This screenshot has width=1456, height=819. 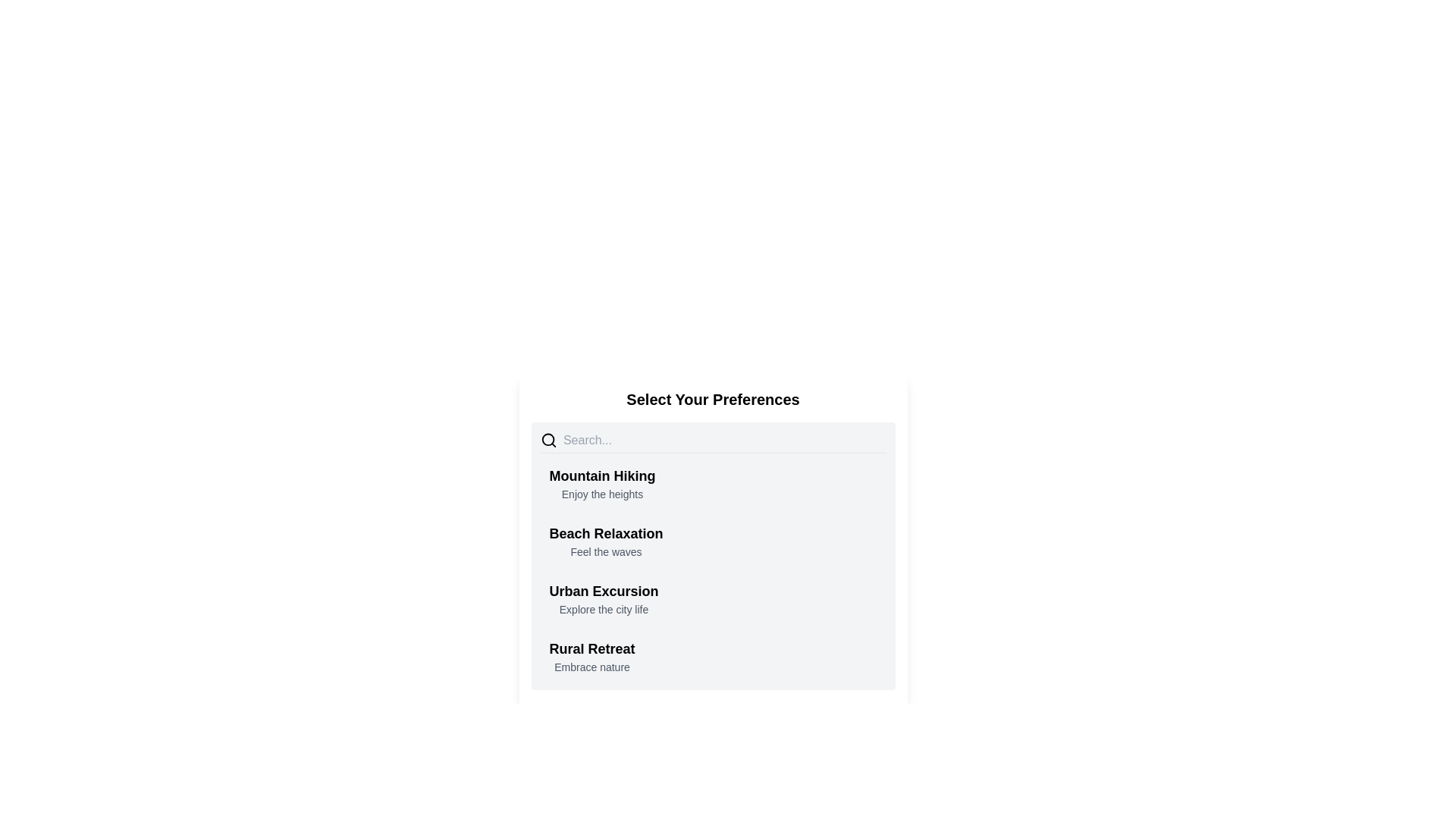 I want to click on the text block displaying 'Embrace nature' in a smaller, gray font, located beneath the title 'Rural Retreat', so click(x=591, y=666).